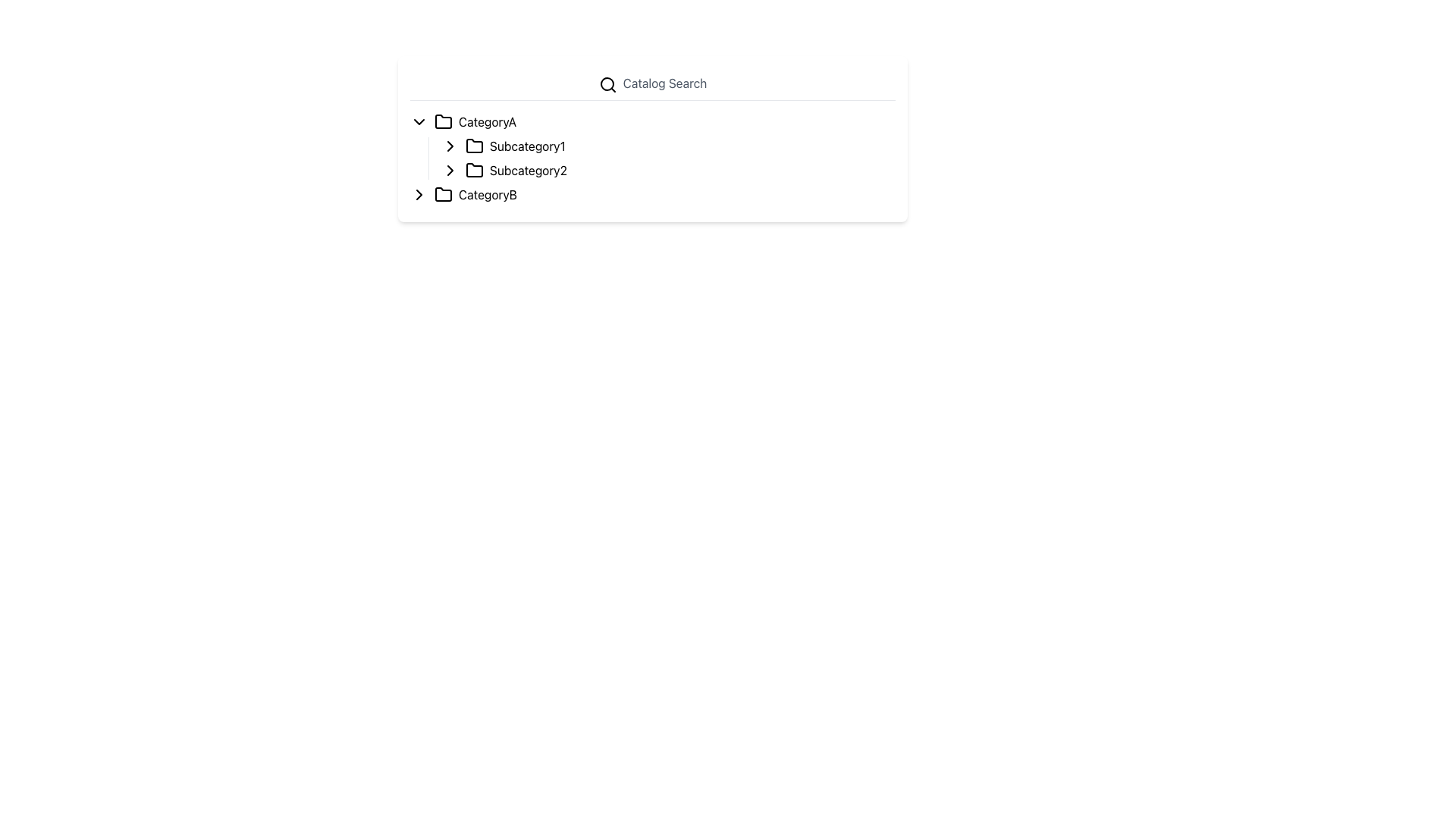 The image size is (1456, 819). What do you see at coordinates (450, 146) in the screenshot?
I see `the chevron arrow icon pointing to the right` at bounding box center [450, 146].